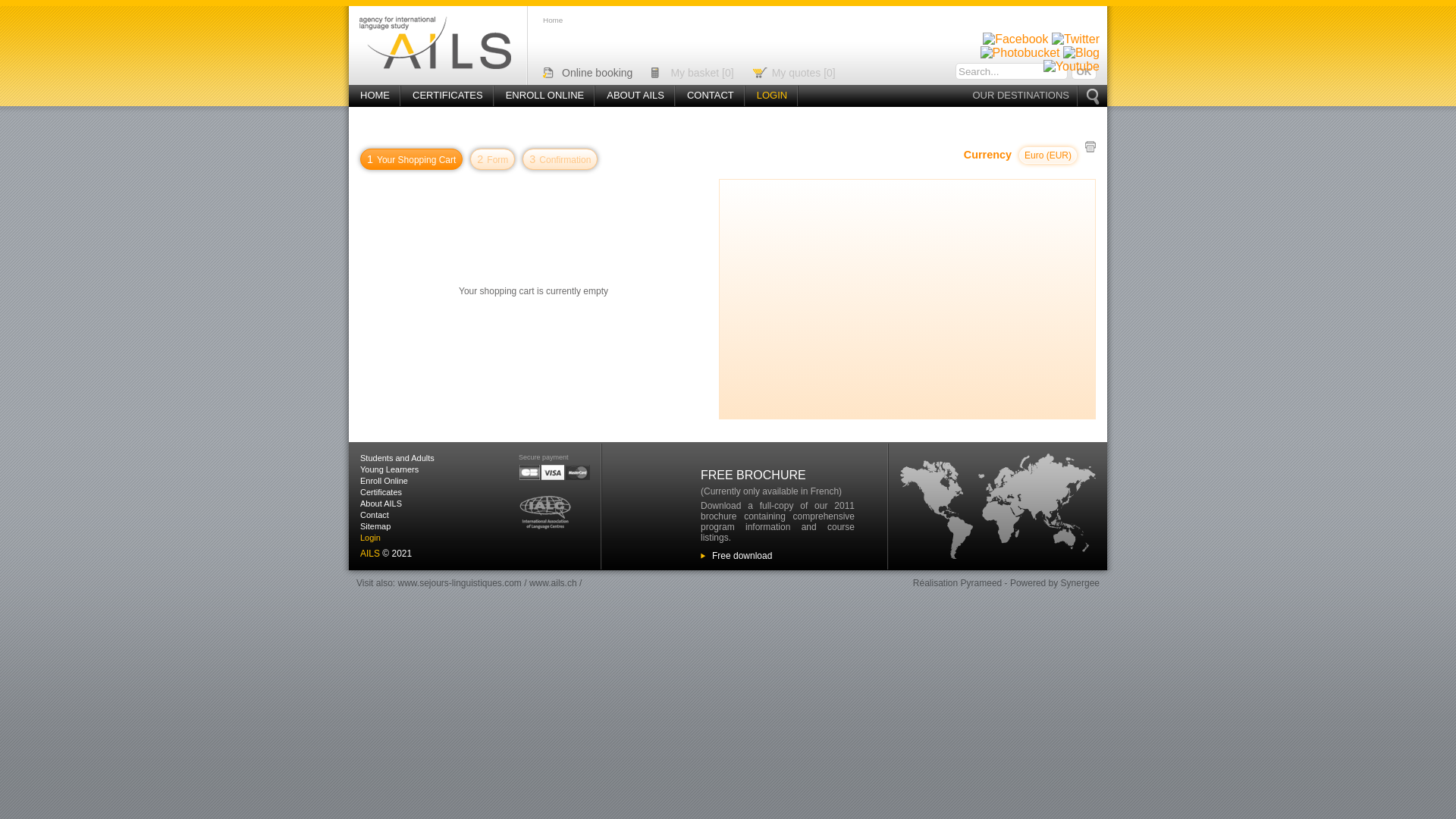  Describe the element at coordinates (381, 503) in the screenshot. I see `'About AILS'` at that location.